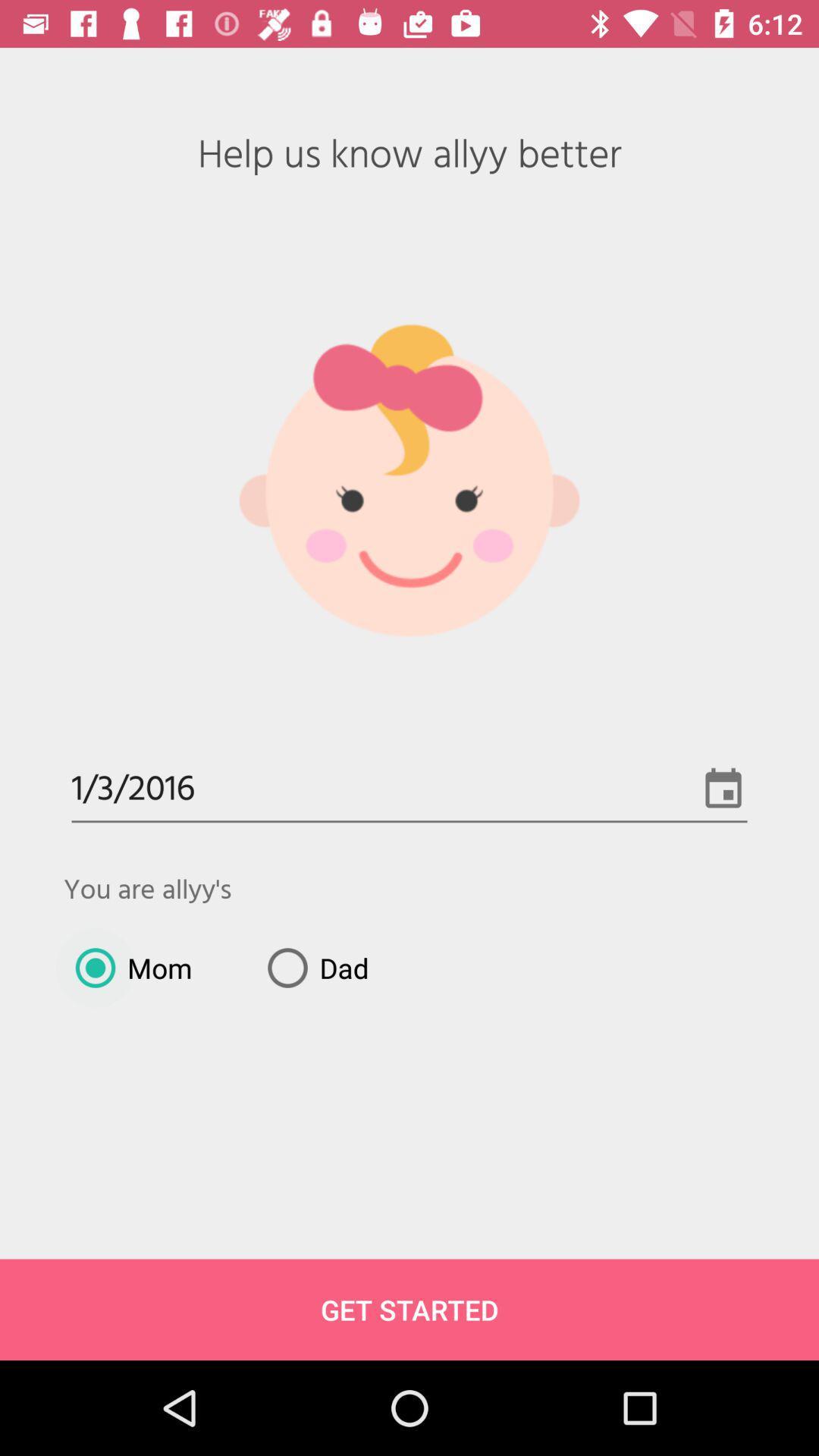  I want to click on the get started, so click(409, 1309).